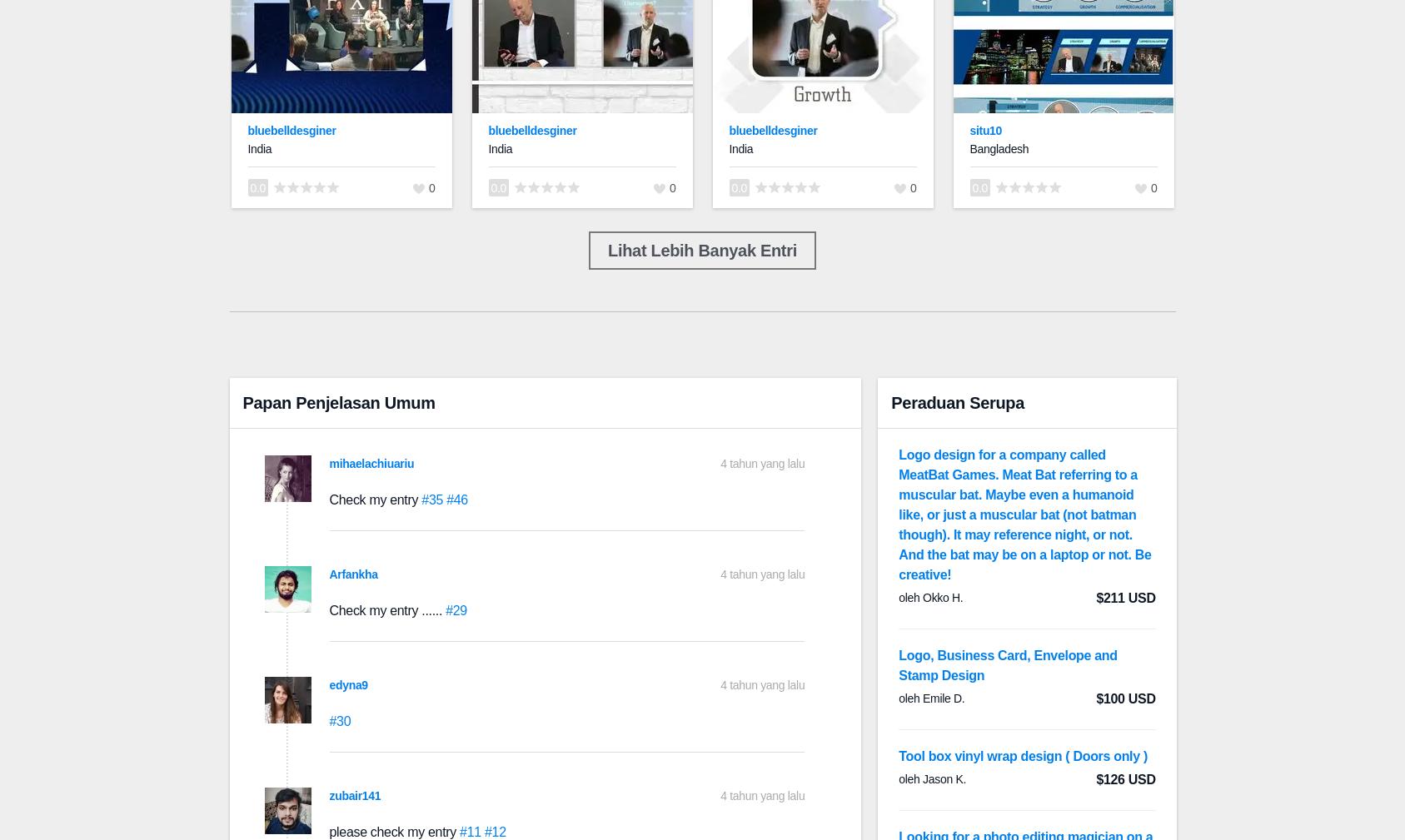 The height and width of the screenshot is (840, 1405). Describe the element at coordinates (931, 698) in the screenshot. I see `'oleh Emile D.'` at that location.